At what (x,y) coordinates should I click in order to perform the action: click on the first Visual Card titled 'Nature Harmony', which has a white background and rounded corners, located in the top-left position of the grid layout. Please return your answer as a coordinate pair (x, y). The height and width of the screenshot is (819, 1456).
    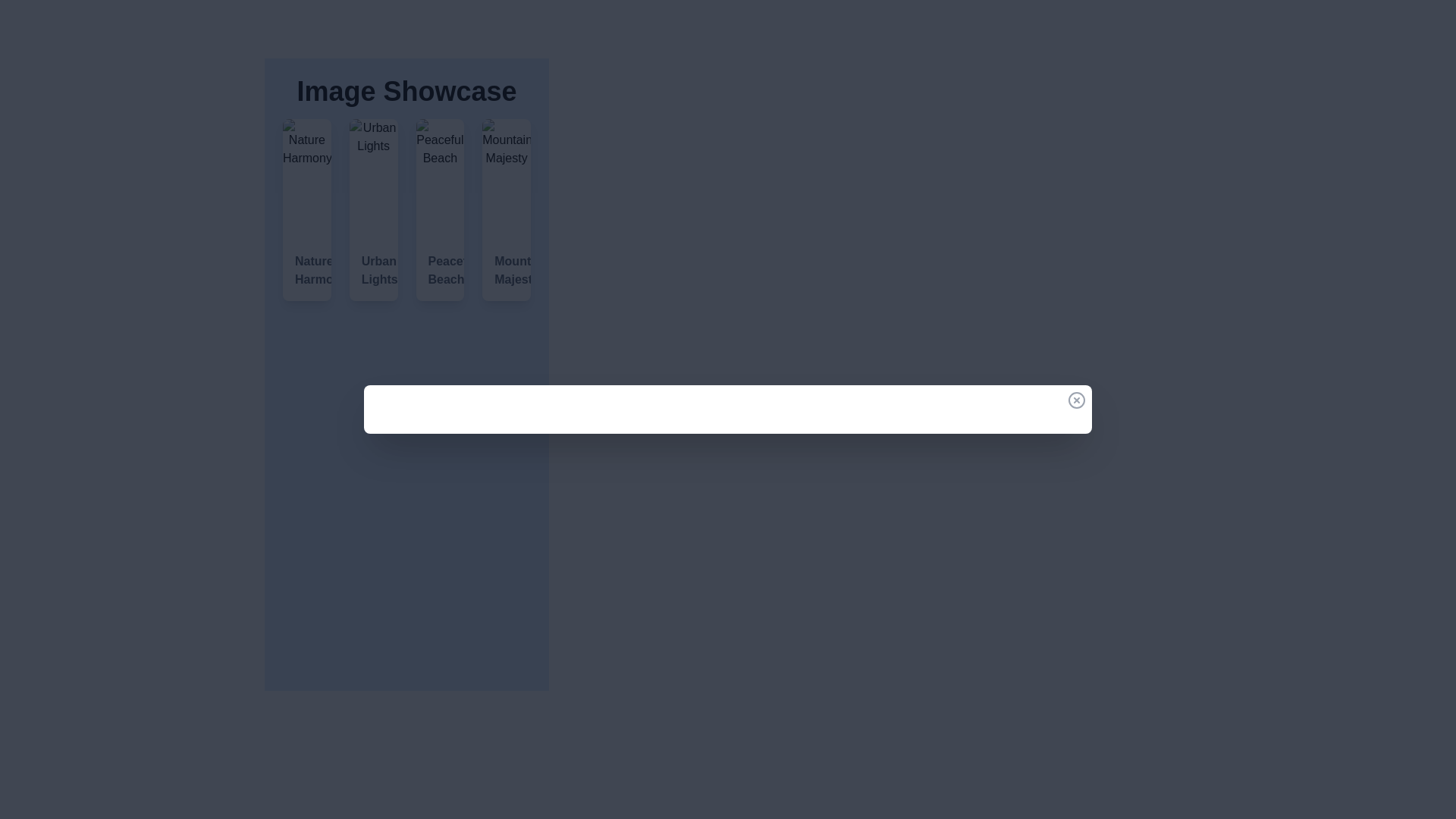
    Looking at the image, I should click on (306, 210).